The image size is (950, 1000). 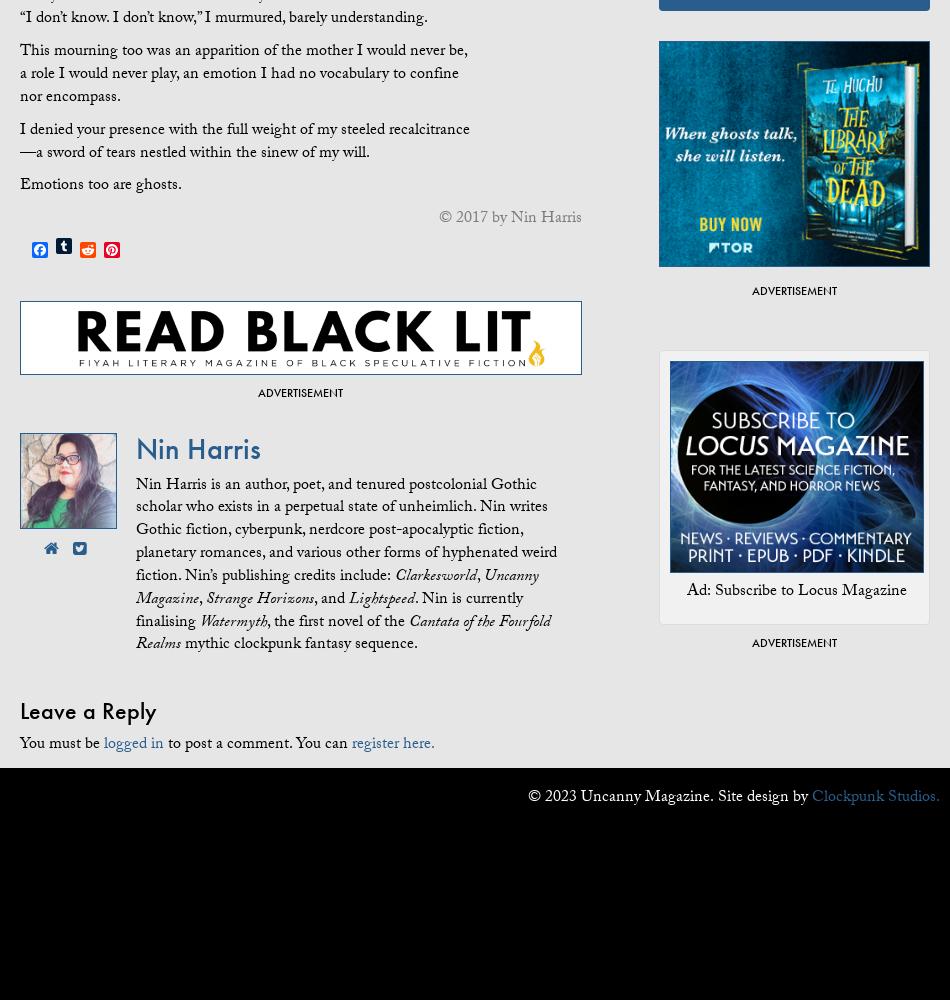 I want to click on 'Clockpunk Studios.', so click(x=874, y=797).